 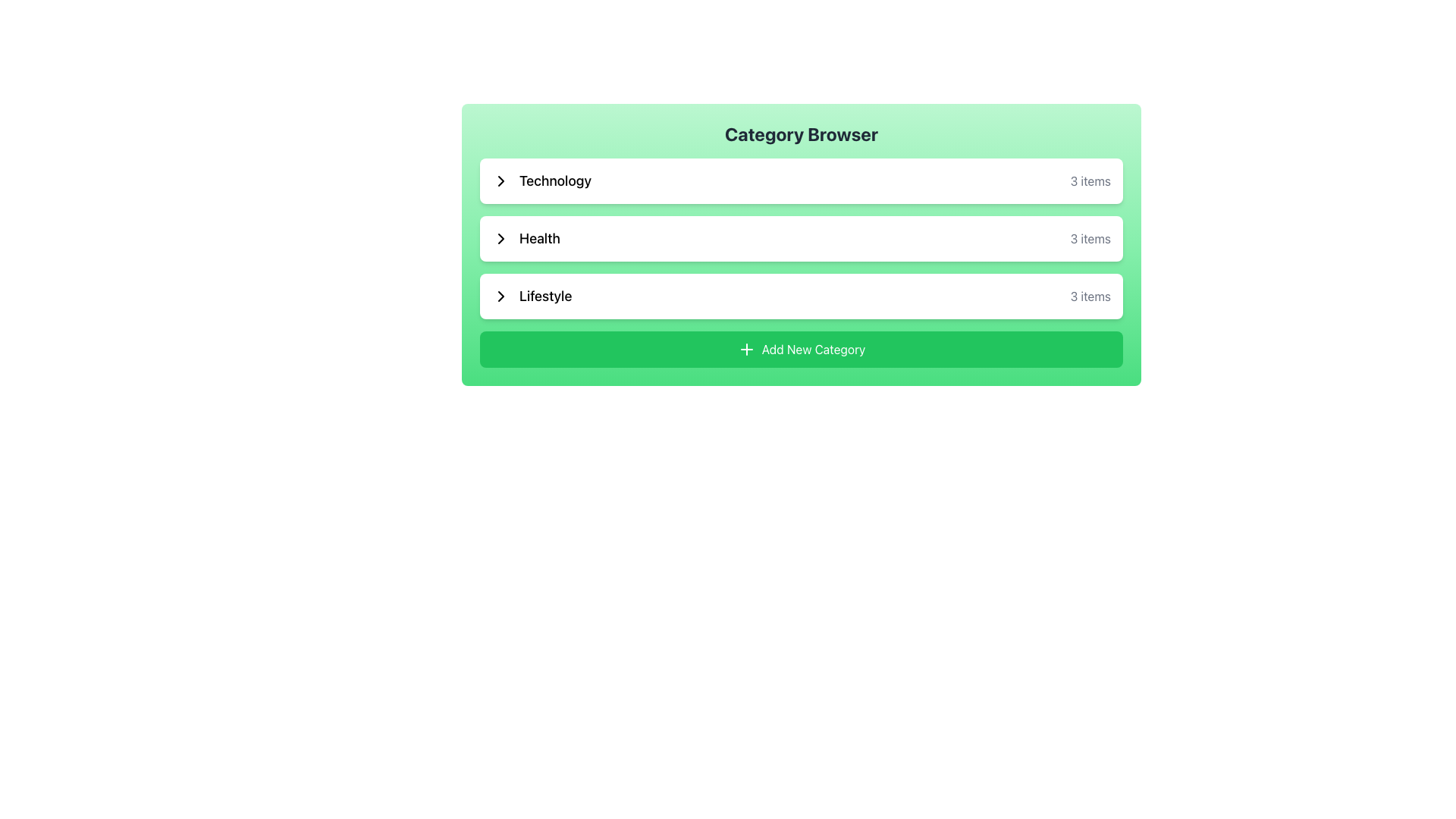 What do you see at coordinates (1090, 296) in the screenshot?
I see `the static text label displaying the count of items in the 'Lifestyle' category, located at the right side of the 'Lifestyle' row in the Category Browser interface` at bounding box center [1090, 296].